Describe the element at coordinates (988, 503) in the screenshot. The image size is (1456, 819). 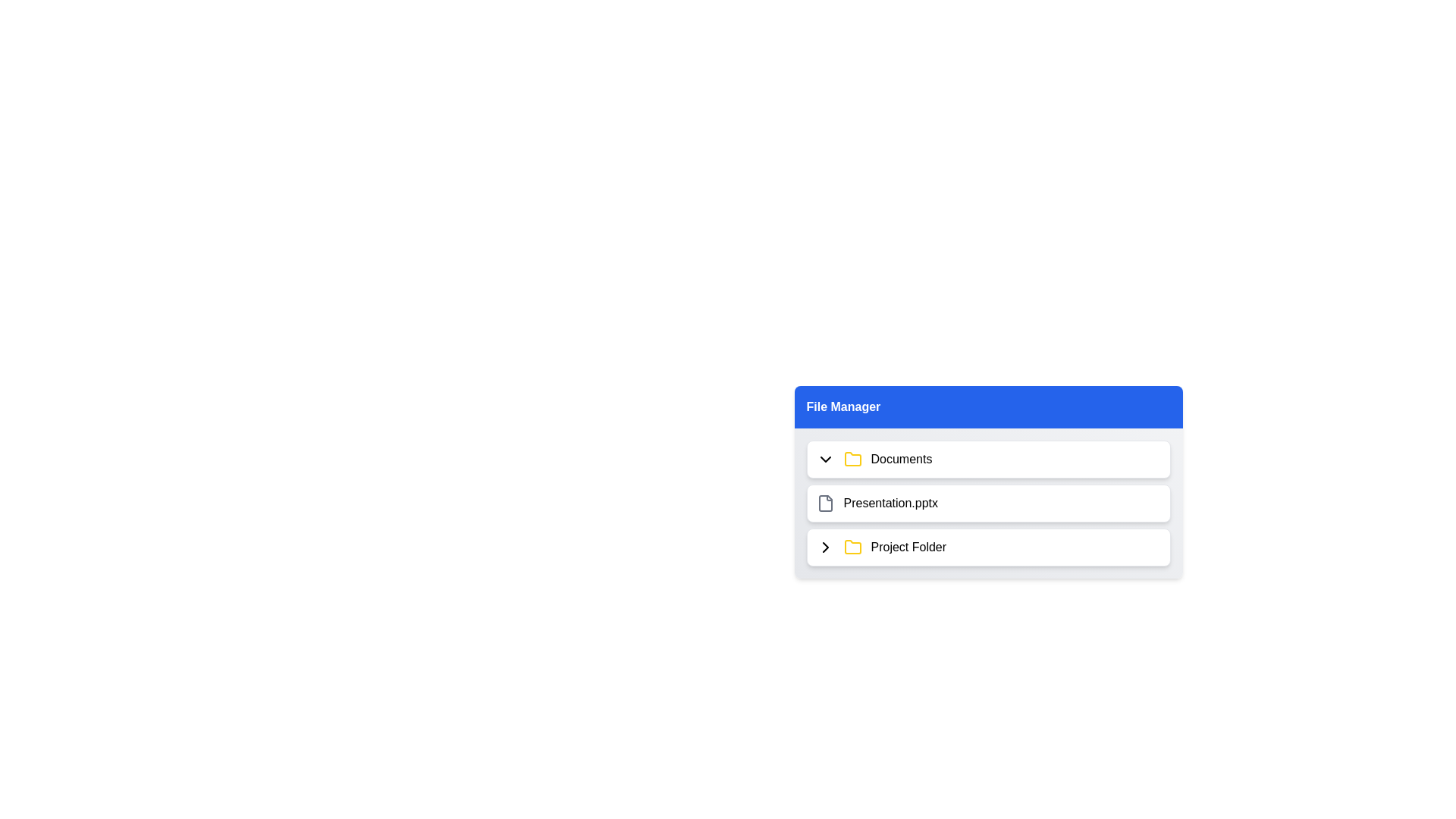
I see `the item Presentation.pptx to observe its hover effect` at that location.